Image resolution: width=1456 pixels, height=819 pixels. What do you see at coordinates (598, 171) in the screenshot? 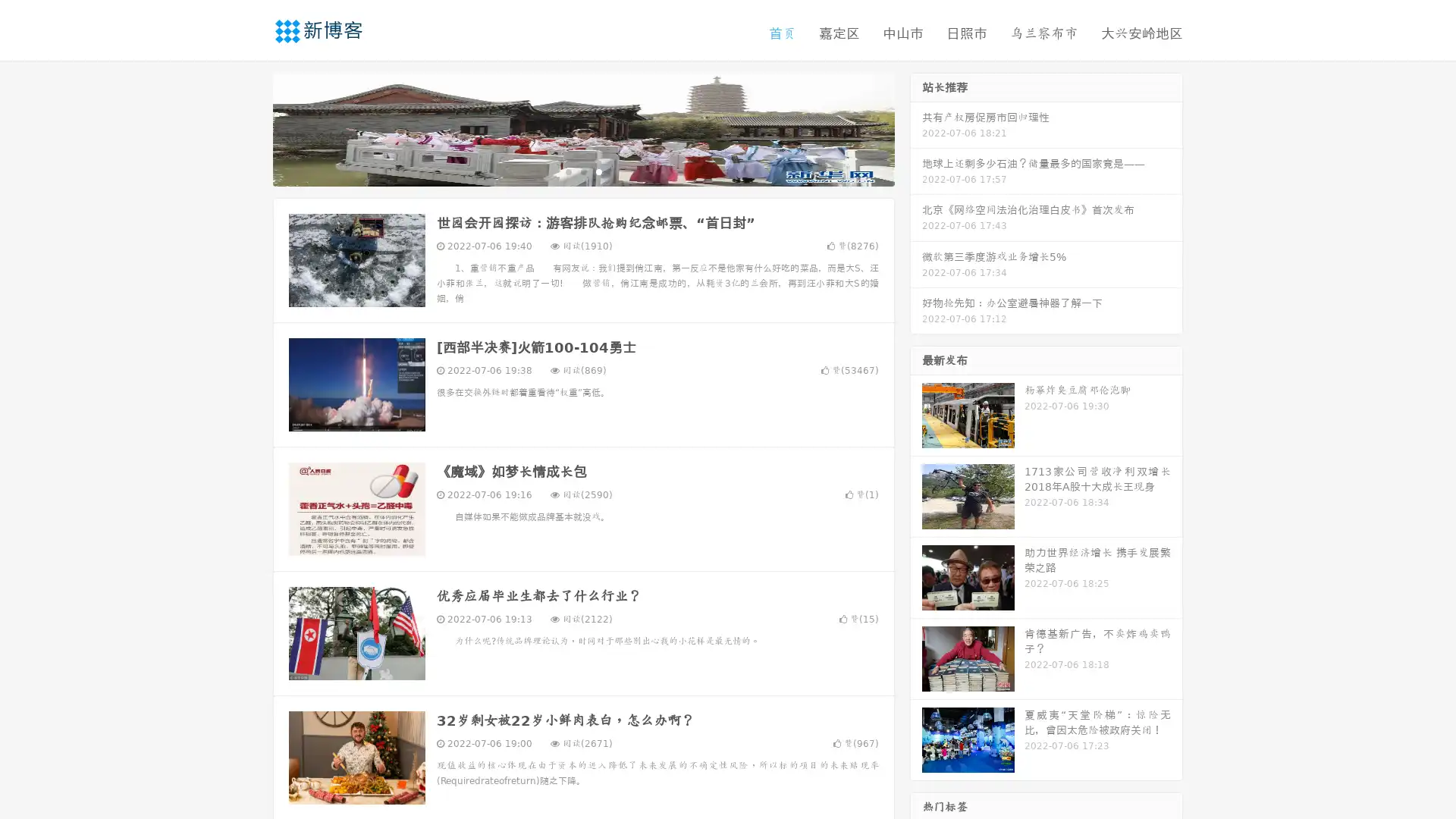
I see `Go to slide 3` at bounding box center [598, 171].